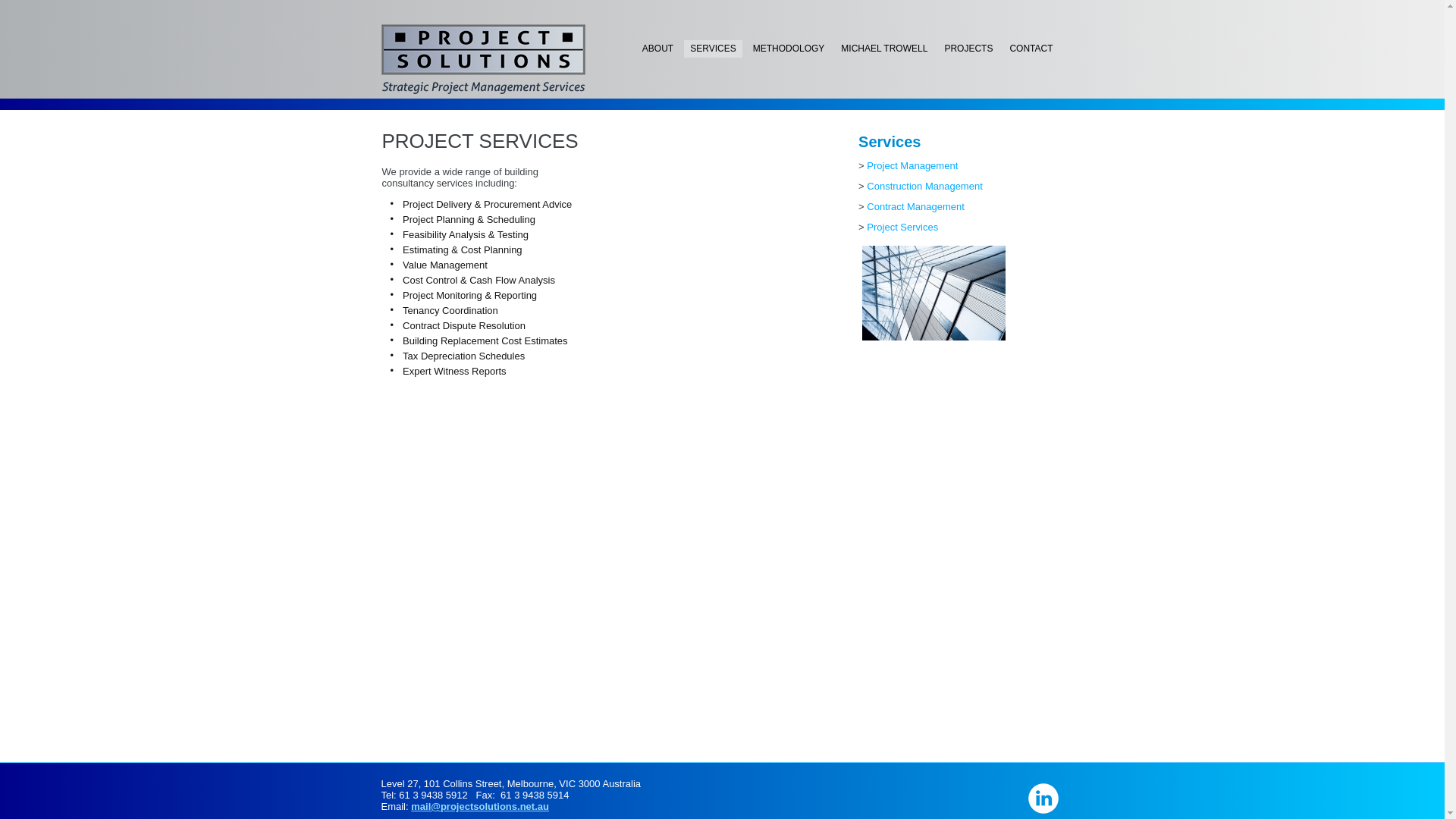 This screenshot has height=819, width=1456. What do you see at coordinates (789, 48) in the screenshot?
I see `'METHODOLOGY'` at bounding box center [789, 48].